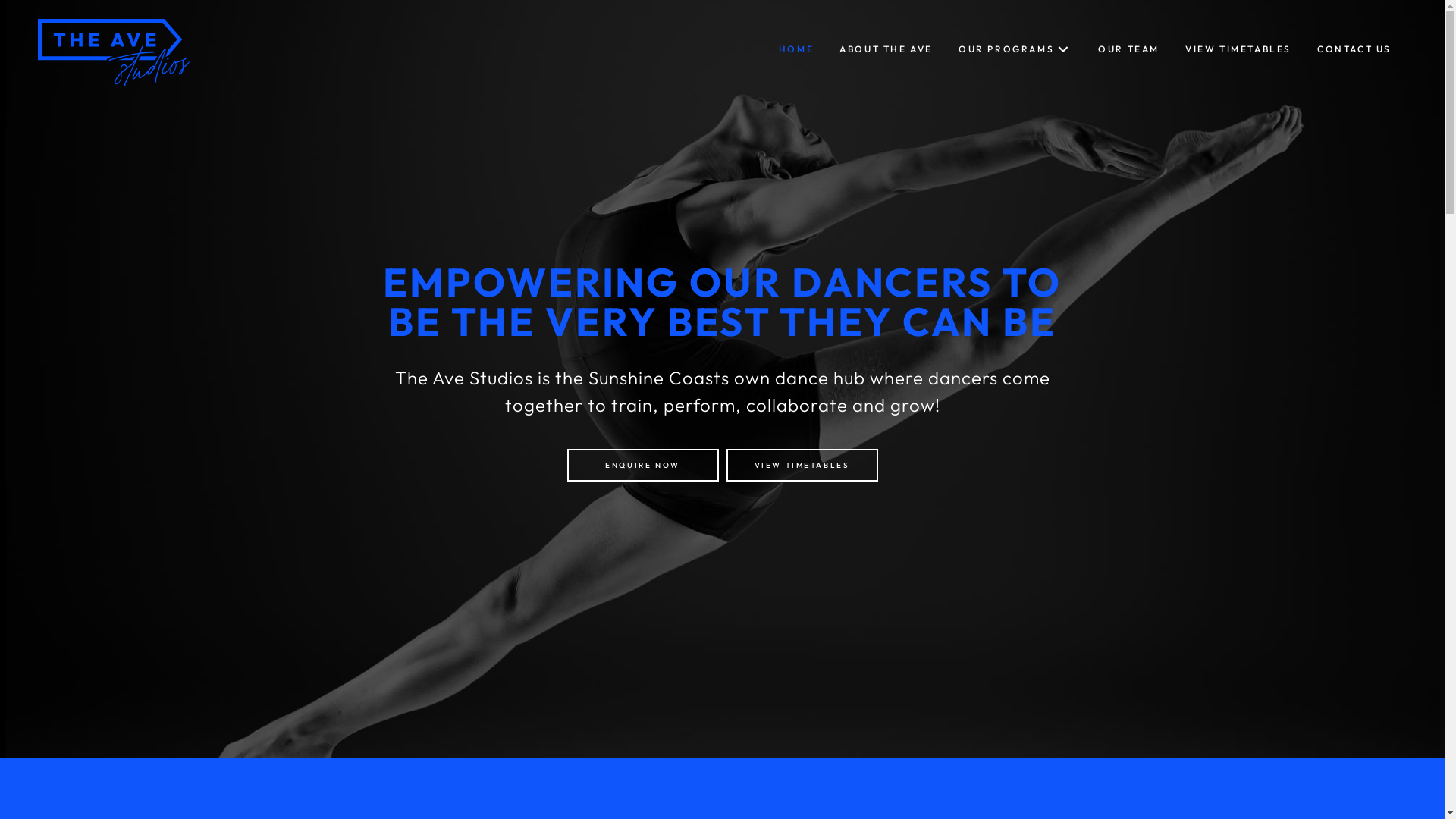 The image size is (1456, 819). What do you see at coordinates (886, 49) in the screenshot?
I see `'ABOUT THE AVE'` at bounding box center [886, 49].